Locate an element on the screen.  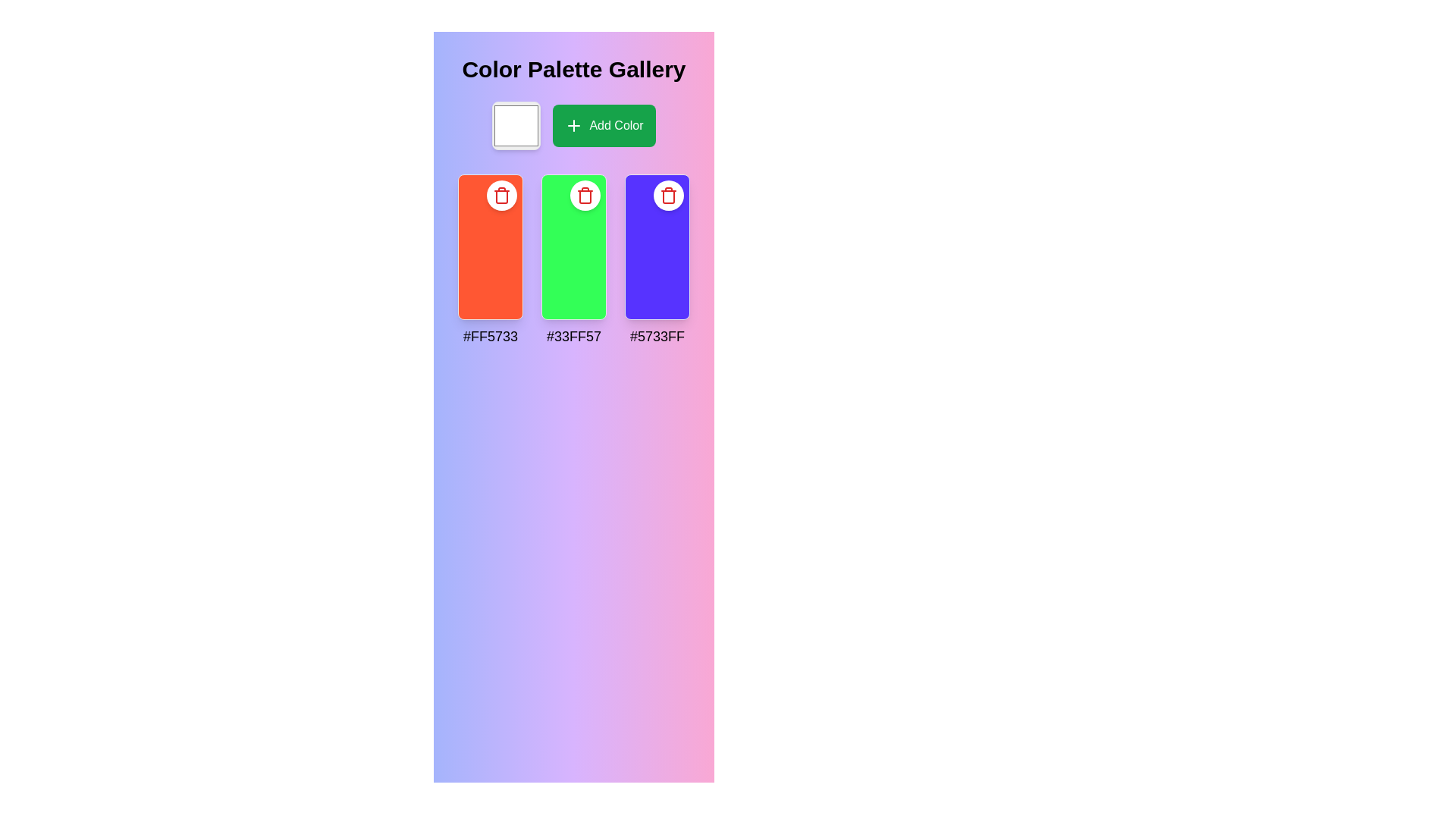
the plus icon within the 'Add Color' button, which is represented by a green button containing a plus symbol and the label 'Add Color' is located at coordinates (573, 124).